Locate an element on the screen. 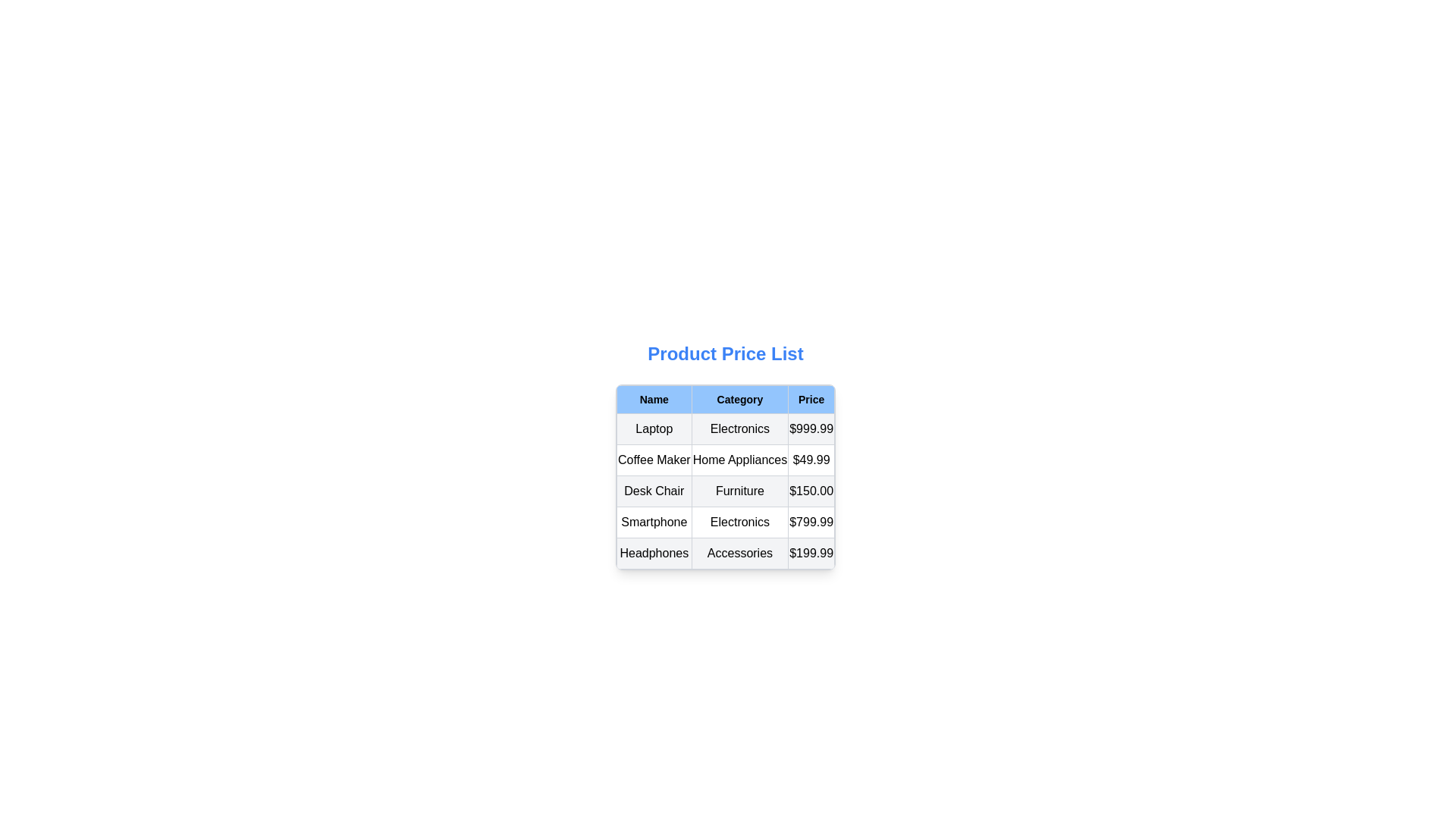 The height and width of the screenshot is (819, 1456). text displayed in the Text label indicating the product name 'Headphones', which is located in the last row of the table under the 'Name' column is located at coordinates (654, 553).